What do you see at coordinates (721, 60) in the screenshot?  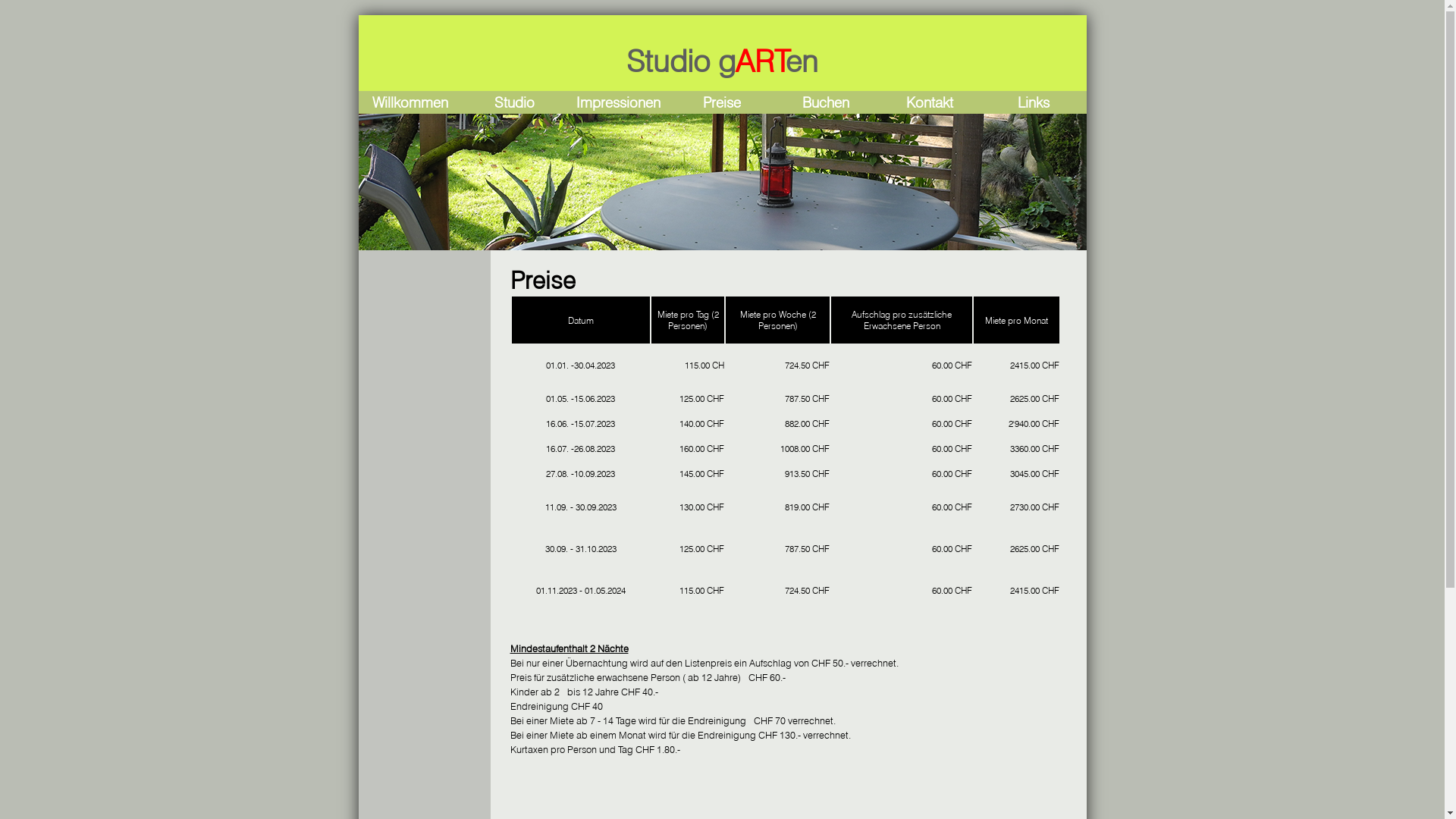 I see `'Studio gARTen'` at bounding box center [721, 60].